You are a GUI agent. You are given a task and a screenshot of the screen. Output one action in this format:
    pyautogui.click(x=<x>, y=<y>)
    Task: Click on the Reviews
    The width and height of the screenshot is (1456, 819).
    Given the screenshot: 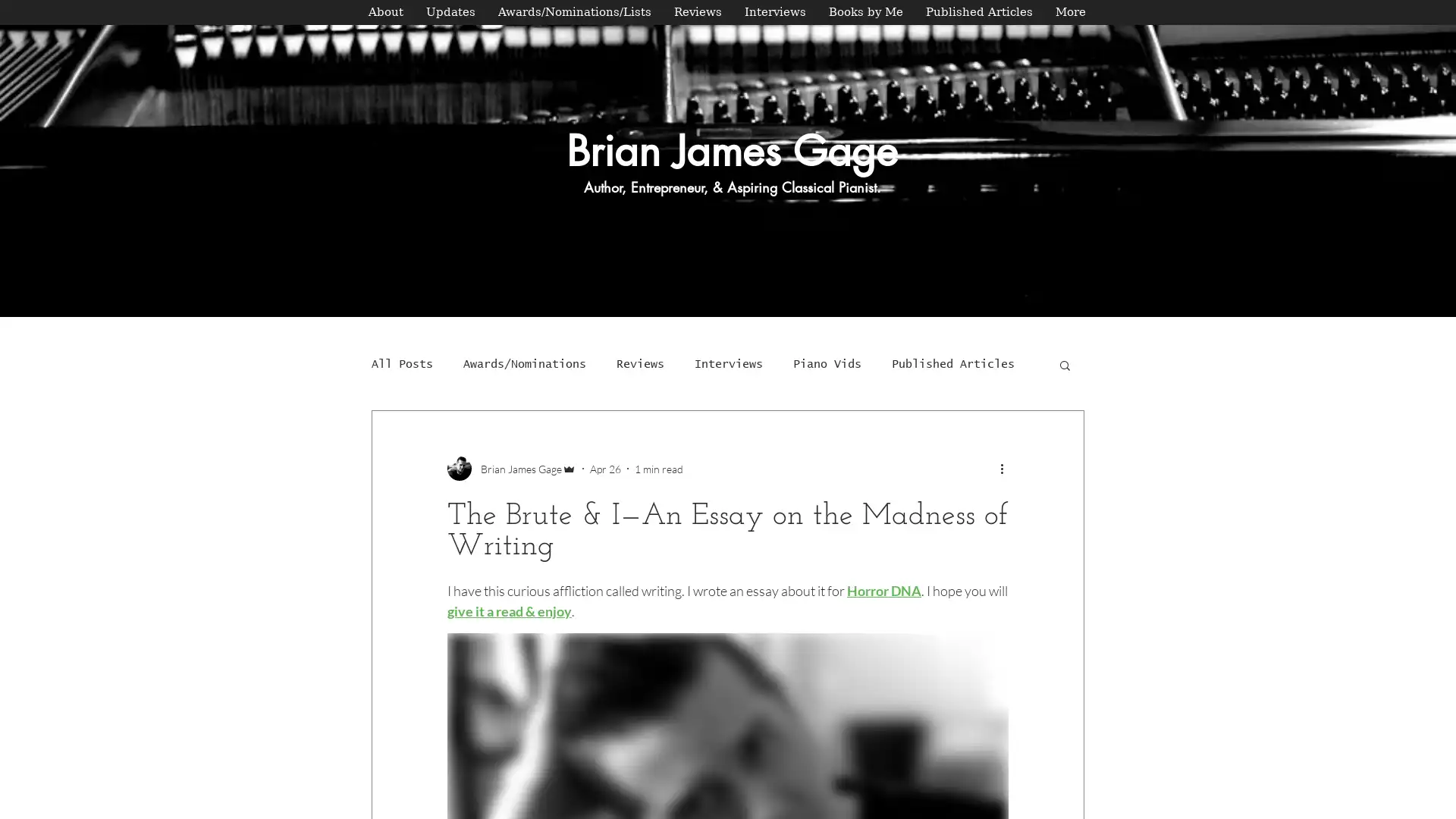 What is the action you would take?
    pyautogui.click(x=640, y=365)
    